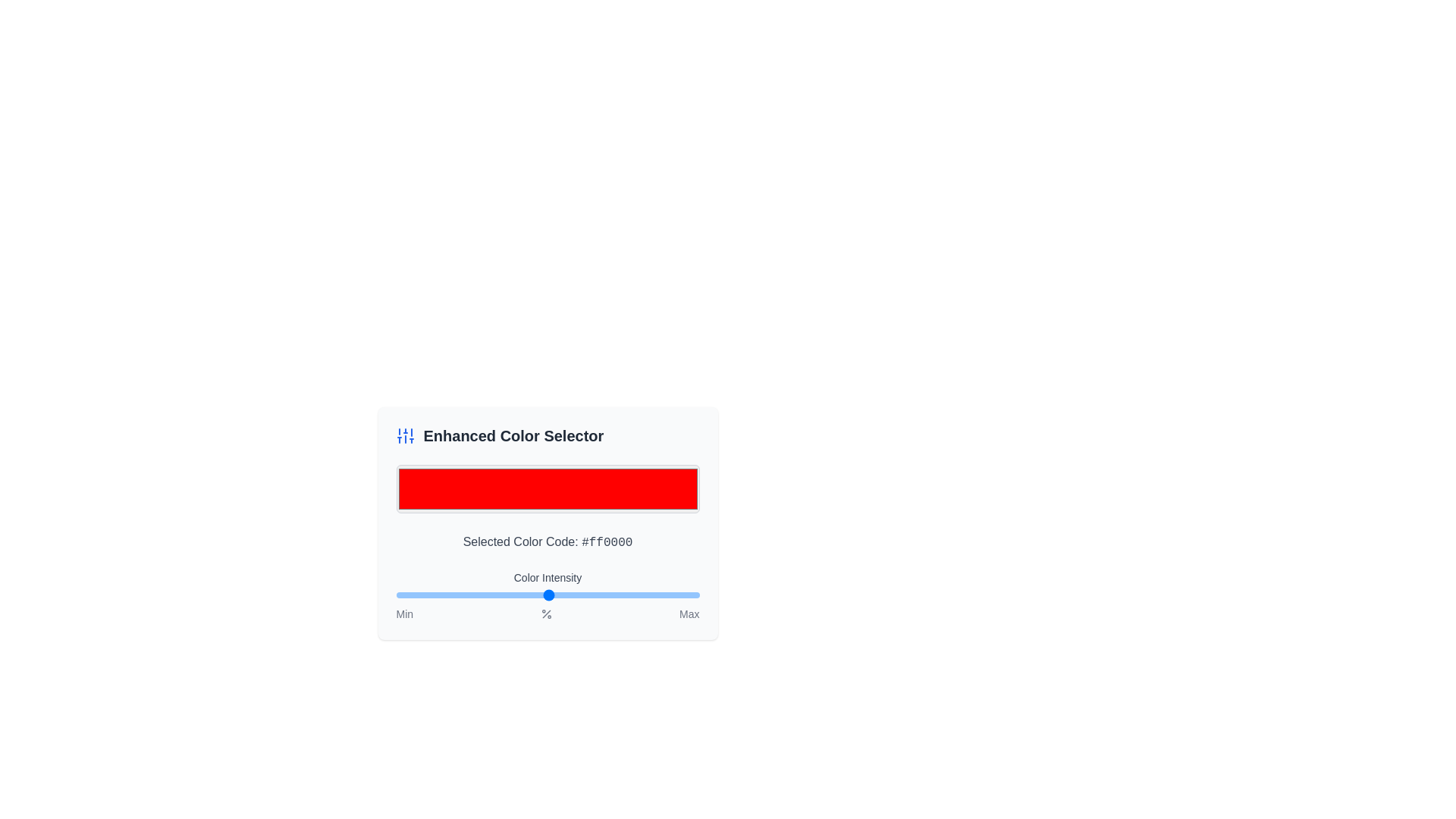 The height and width of the screenshot is (819, 1456). What do you see at coordinates (525, 595) in the screenshot?
I see `the slider value` at bounding box center [525, 595].